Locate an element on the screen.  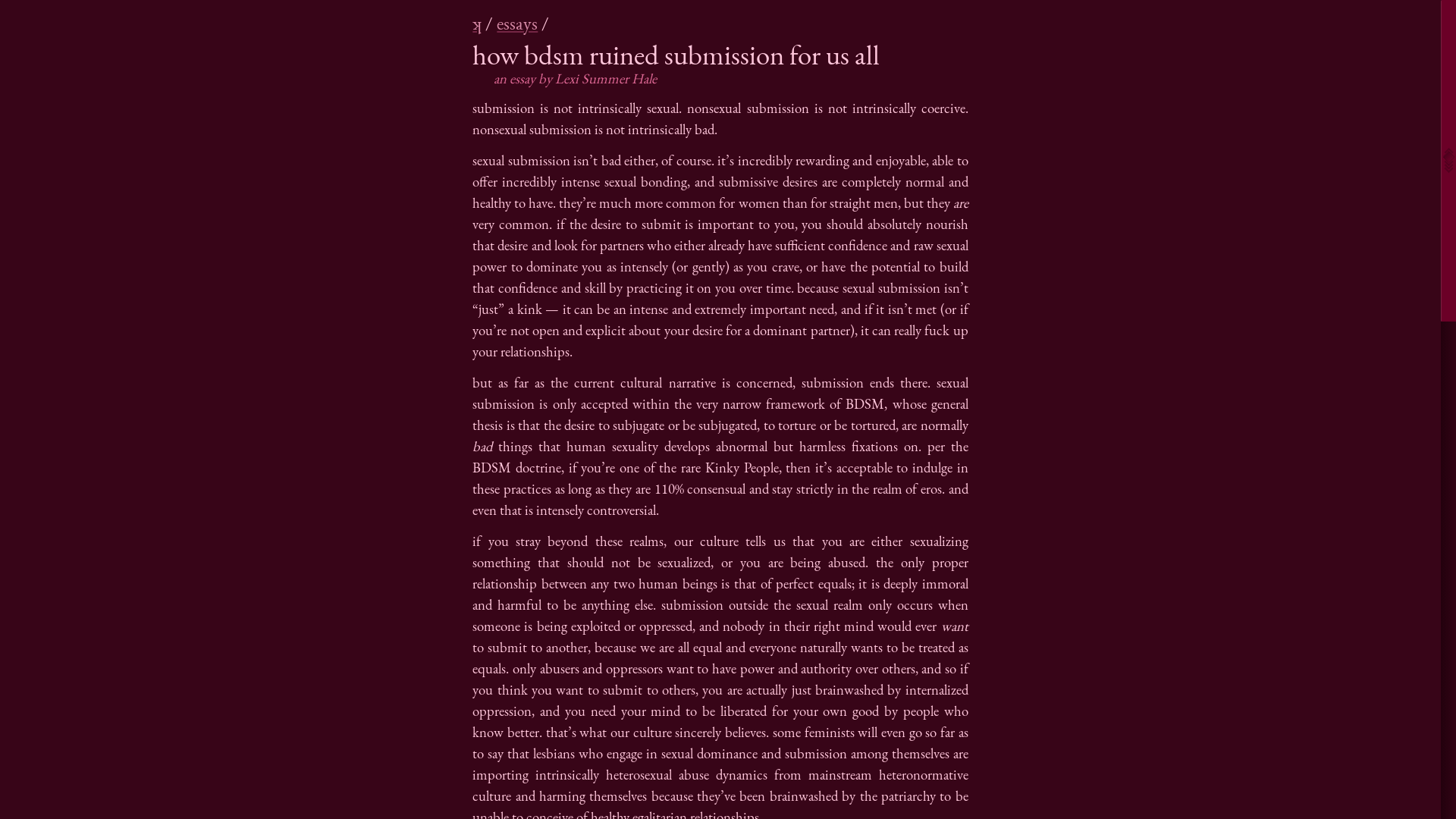
'essays' is located at coordinates (516, 23).